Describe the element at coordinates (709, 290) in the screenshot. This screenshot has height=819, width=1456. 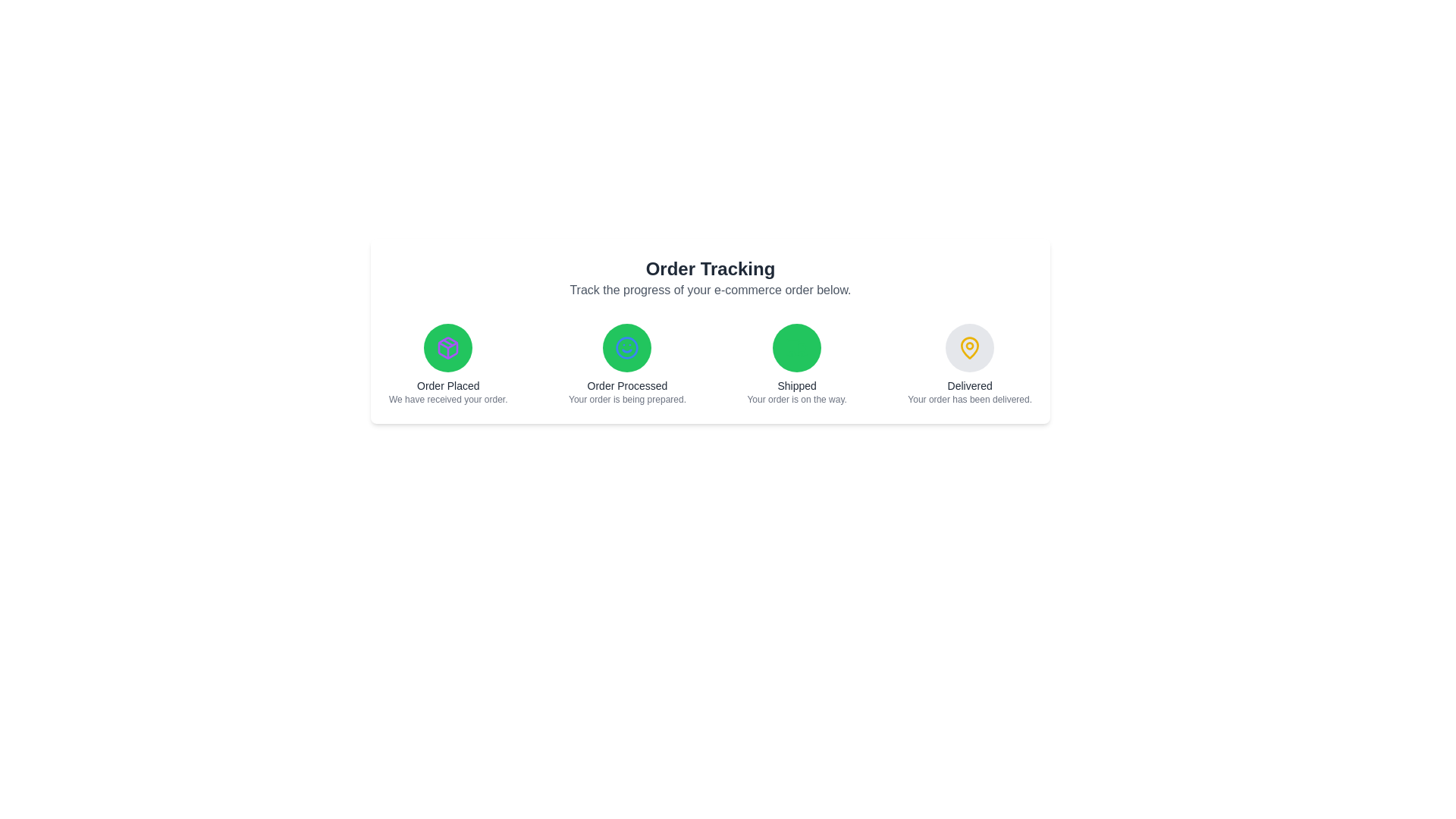
I see `the descriptive text block that reads 'Track the progress of your e-commerce order below.' which is located directly below the main title 'Order Tracking.'` at that location.